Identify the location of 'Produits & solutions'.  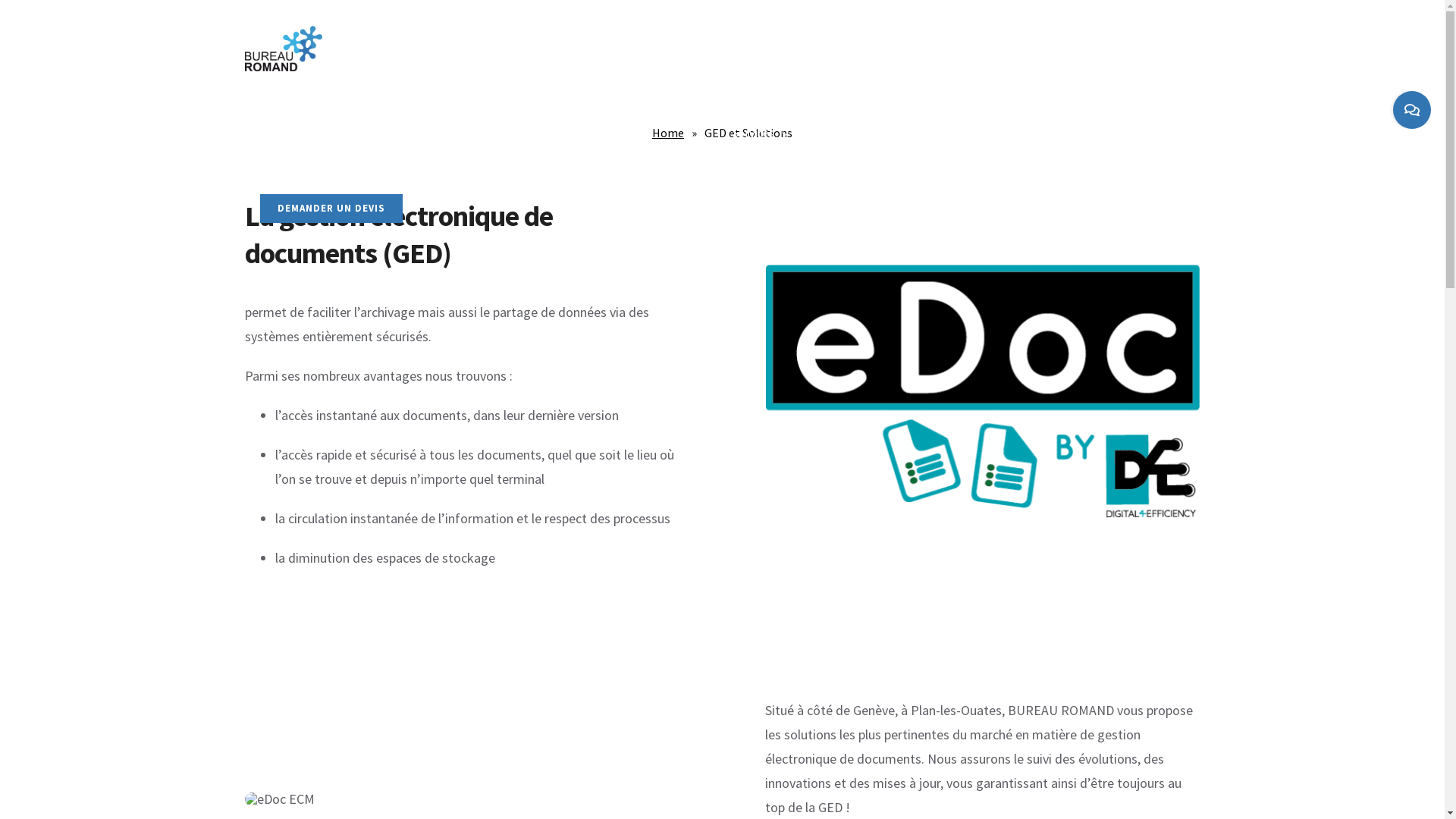
(516, 131).